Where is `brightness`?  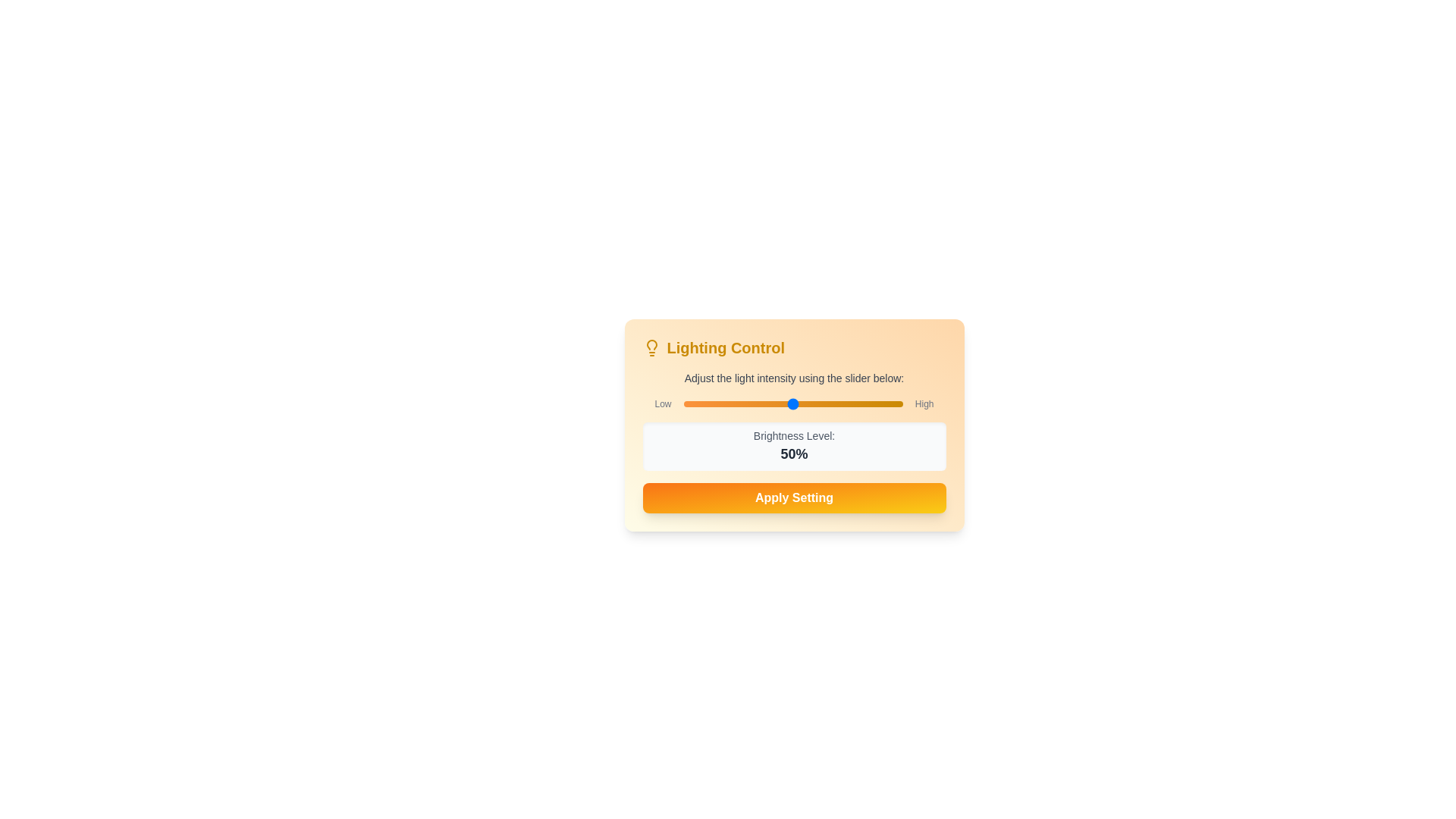 brightness is located at coordinates (732, 403).